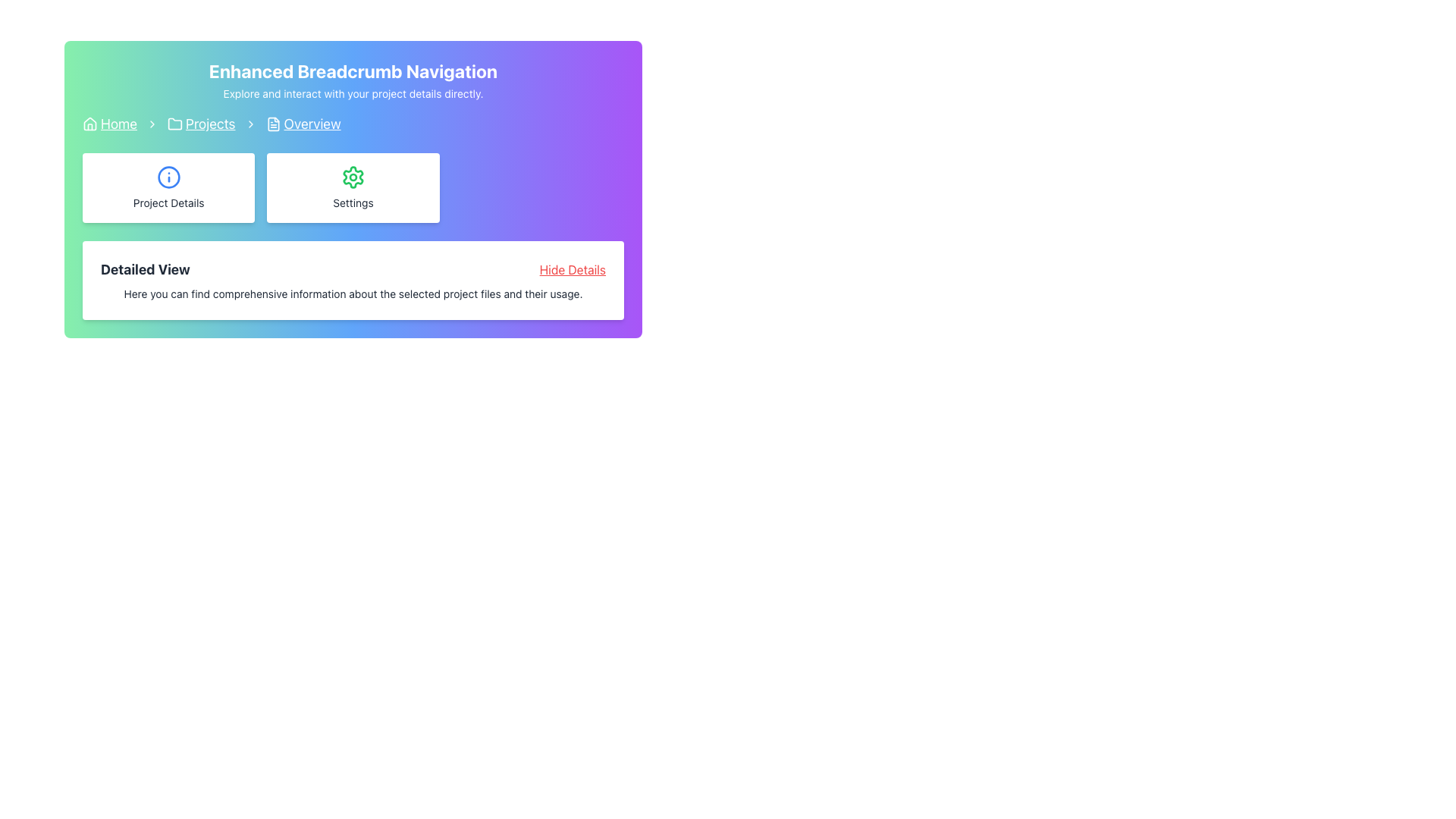 This screenshot has height=819, width=1456. I want to click on the 'Overview' hyperlink located in the breadcrumb navigation trail, styled with an underline and positioned to the right of the 'Projects' item, so click(303, 124).